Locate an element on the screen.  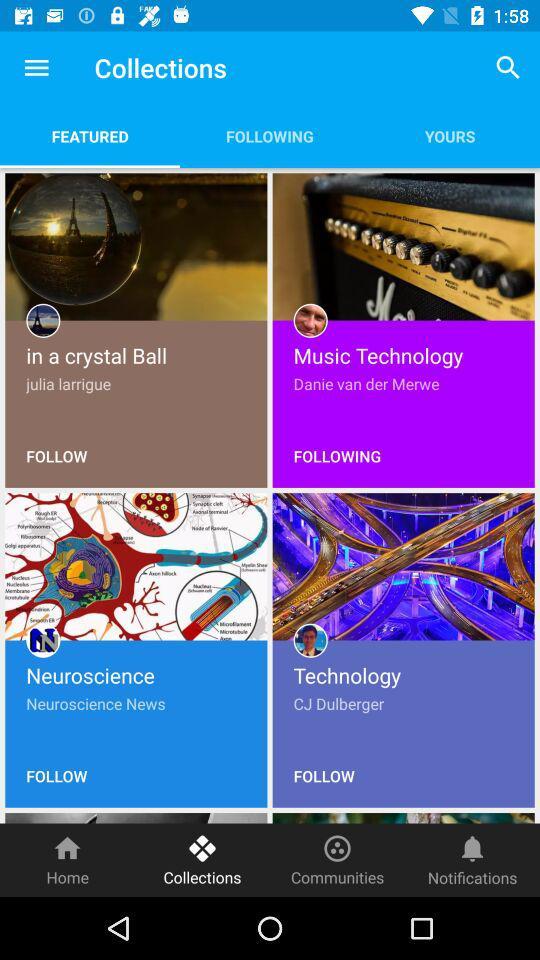
the icon above featured icon is located at coordinates (36, 68).